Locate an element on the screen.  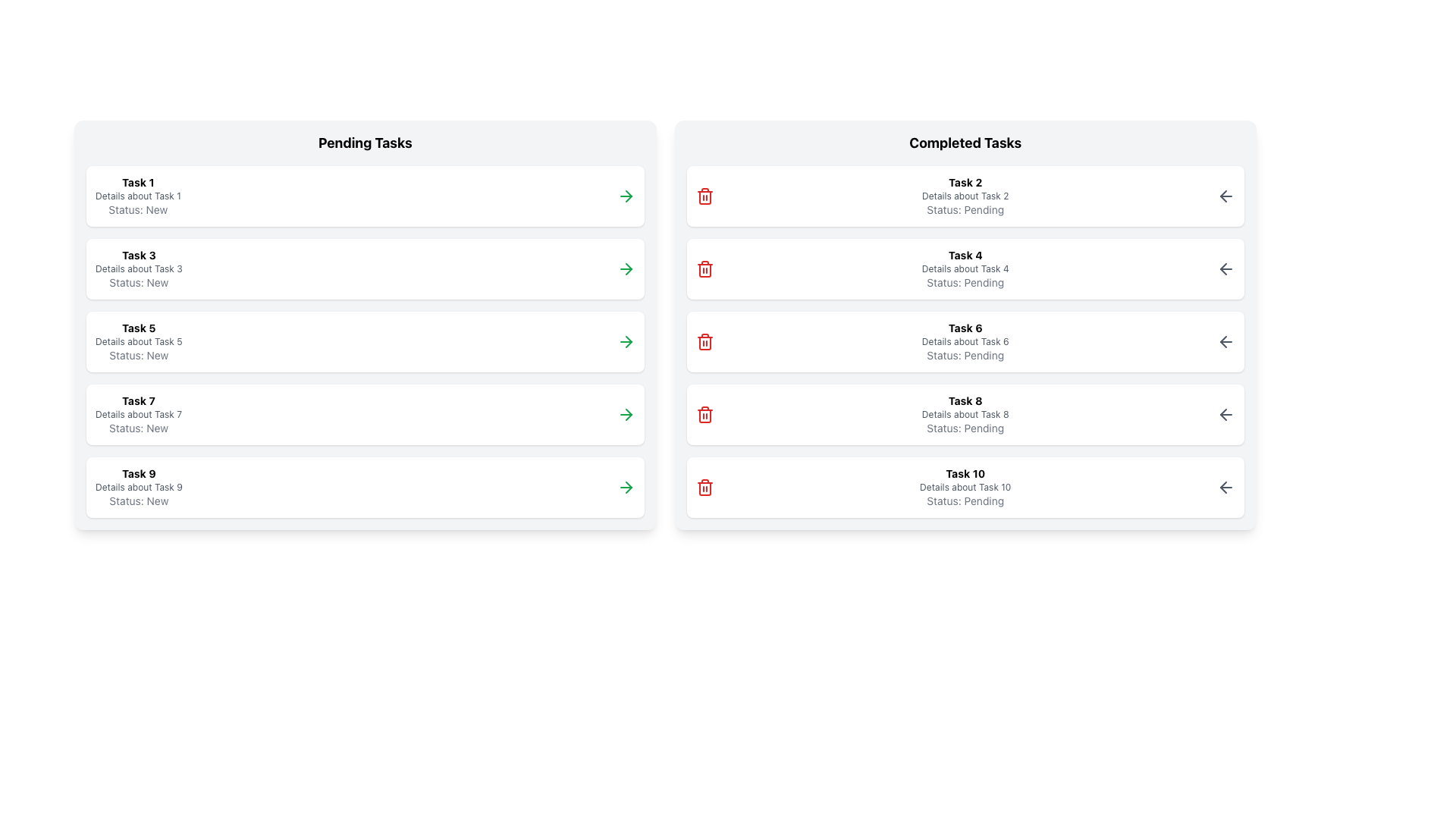
the descriptive text located below the 'Task 6' header and above the 'Status: Pending' text in the third task card of the 'Completed Tasks' column is located at coordinates (965, 342).